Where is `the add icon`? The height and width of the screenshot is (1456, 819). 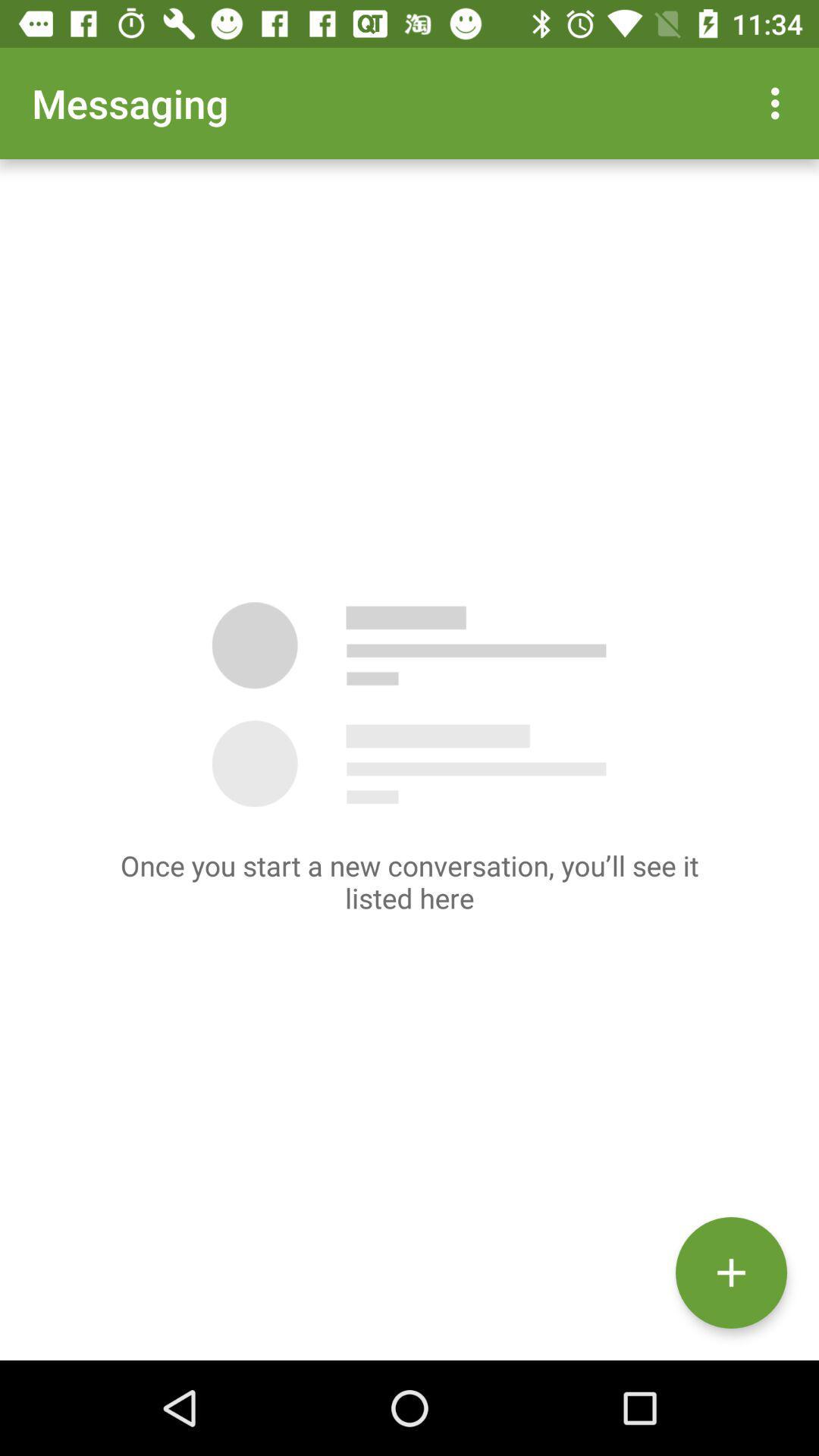
the add icon is located at coordinates (730, 1272).